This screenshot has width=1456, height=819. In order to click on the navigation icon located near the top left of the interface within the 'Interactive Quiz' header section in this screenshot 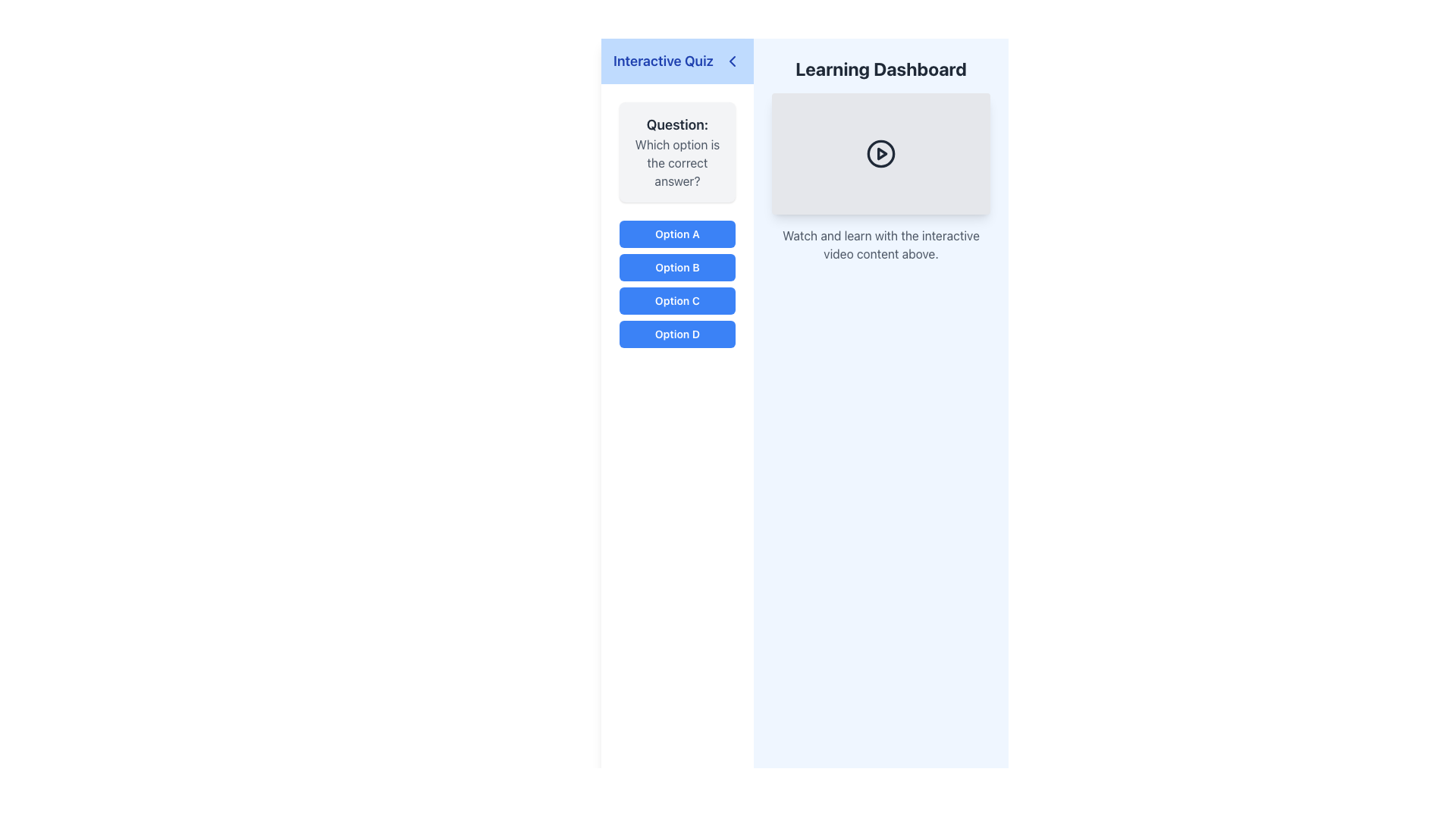, I will do `click(732, 61)`.